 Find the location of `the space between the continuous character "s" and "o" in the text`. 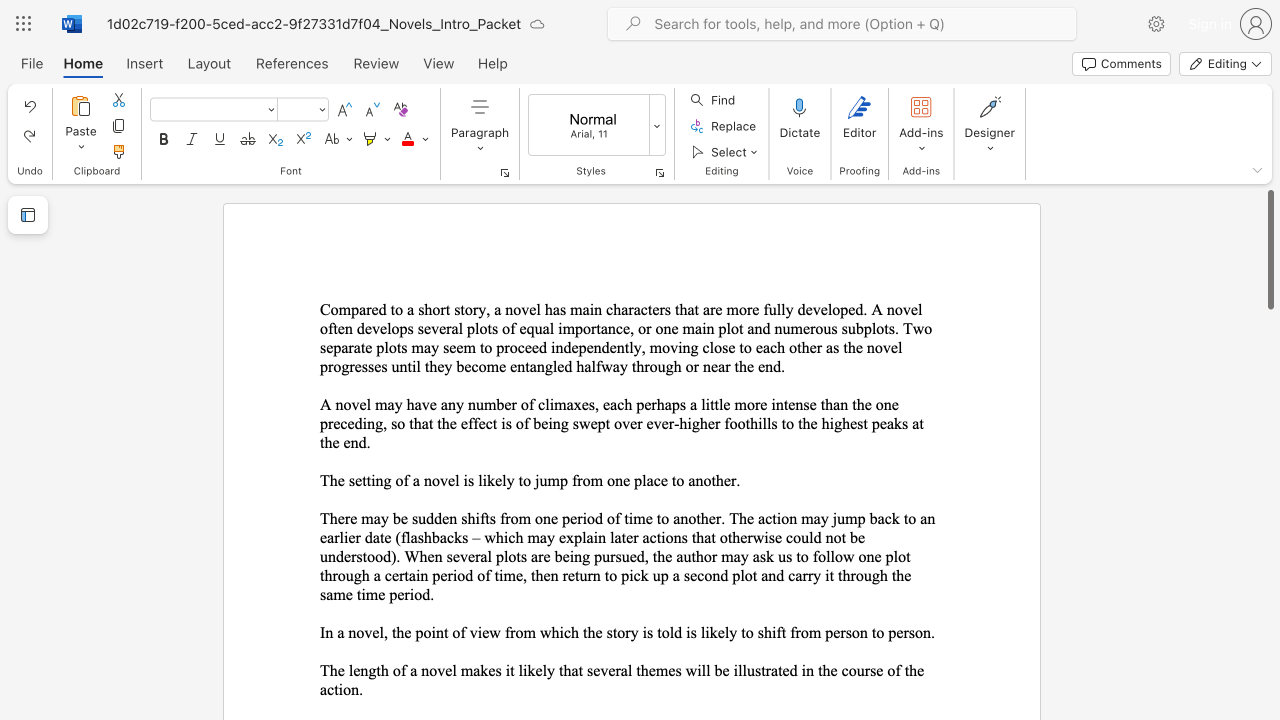

the space between the continuous character "s" and "o" in the text is located at coordinates (397, 422).